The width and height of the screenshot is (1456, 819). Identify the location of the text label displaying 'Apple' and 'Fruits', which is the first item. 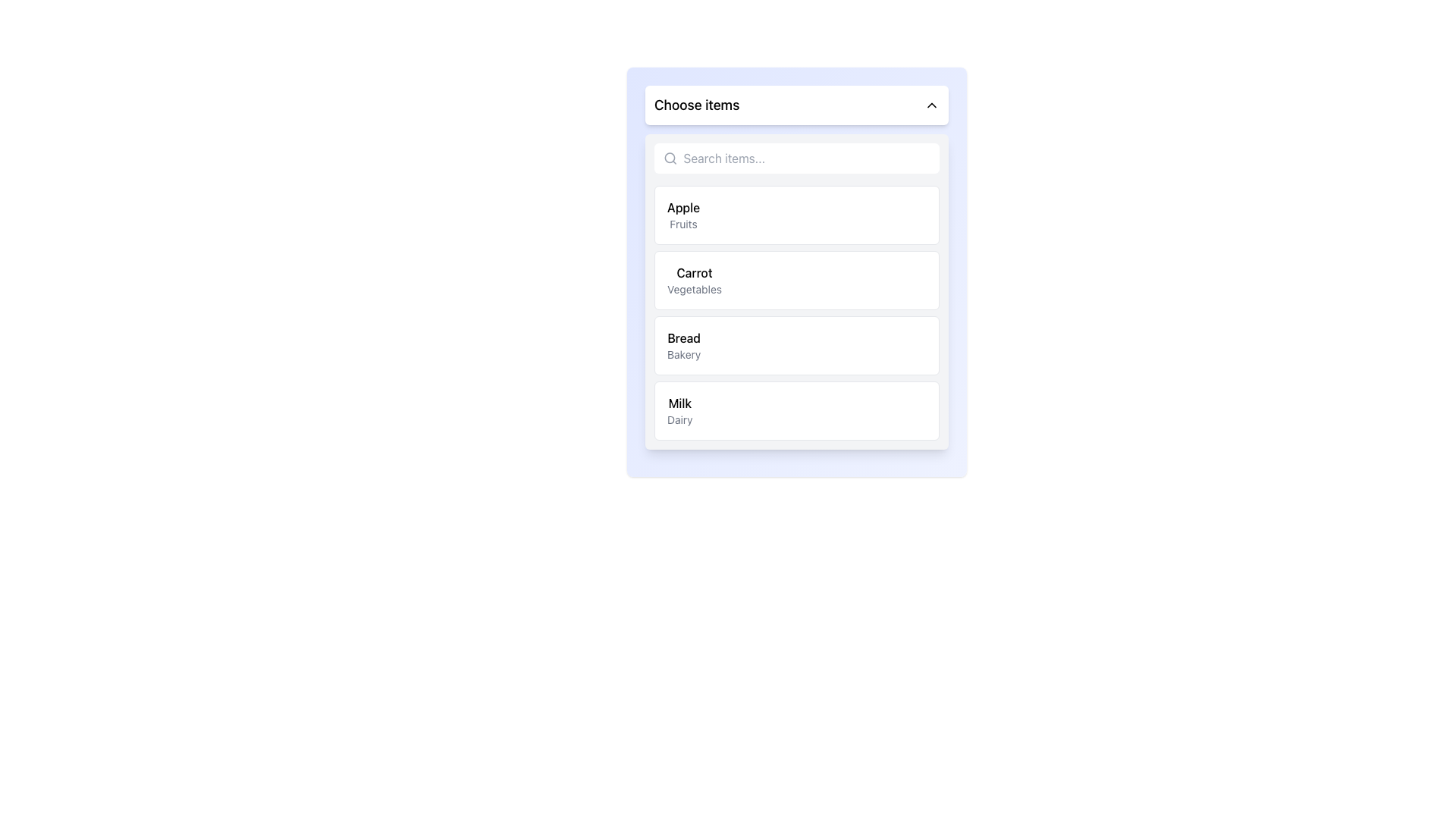
(682, 215).